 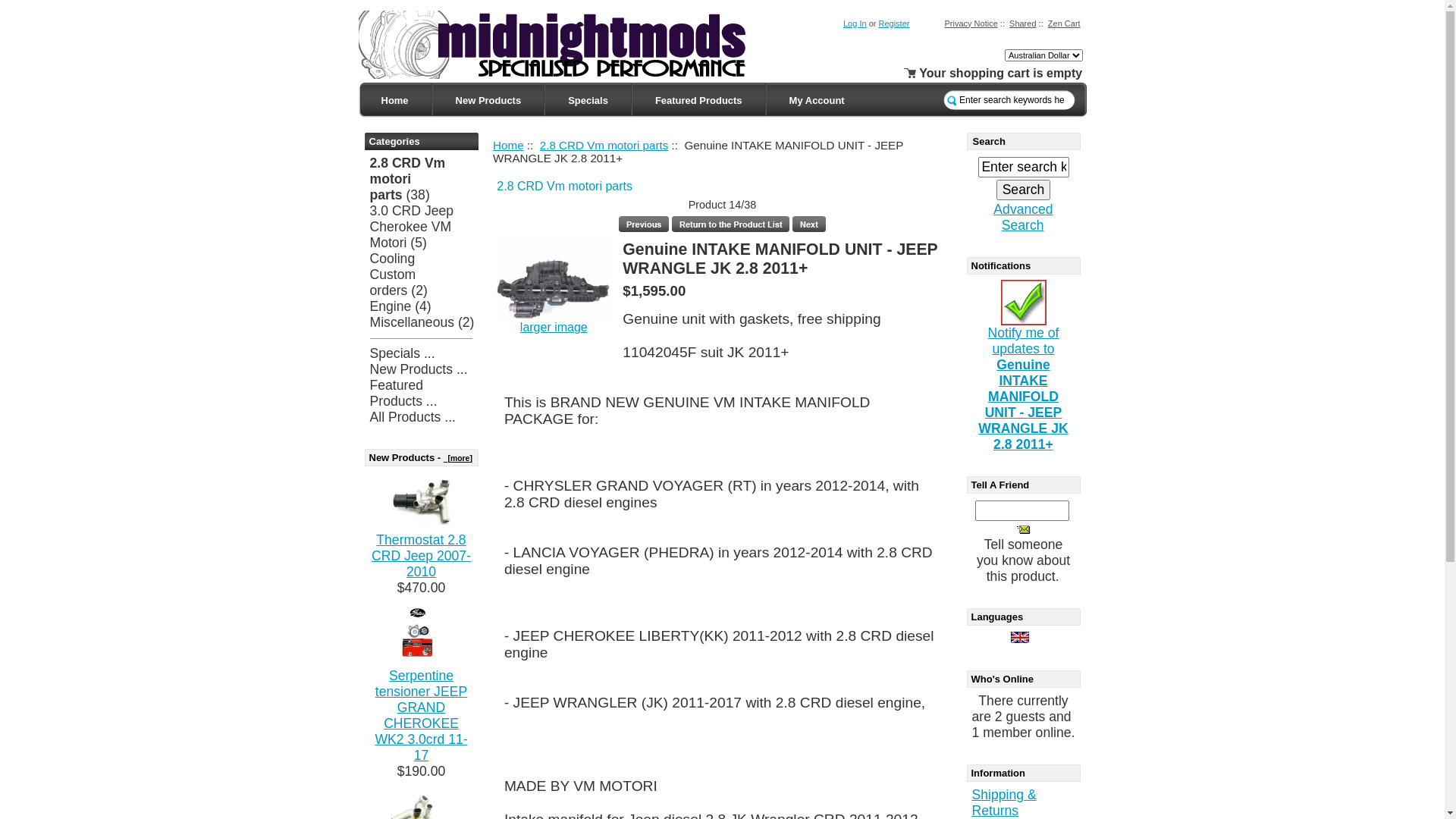 What do you see at coordinates (356, 43) in the screenshot?
I see `' Template by Zen-Cart-Power.net - Power Your Zen Cart! '` at bounding box center [356, 43].